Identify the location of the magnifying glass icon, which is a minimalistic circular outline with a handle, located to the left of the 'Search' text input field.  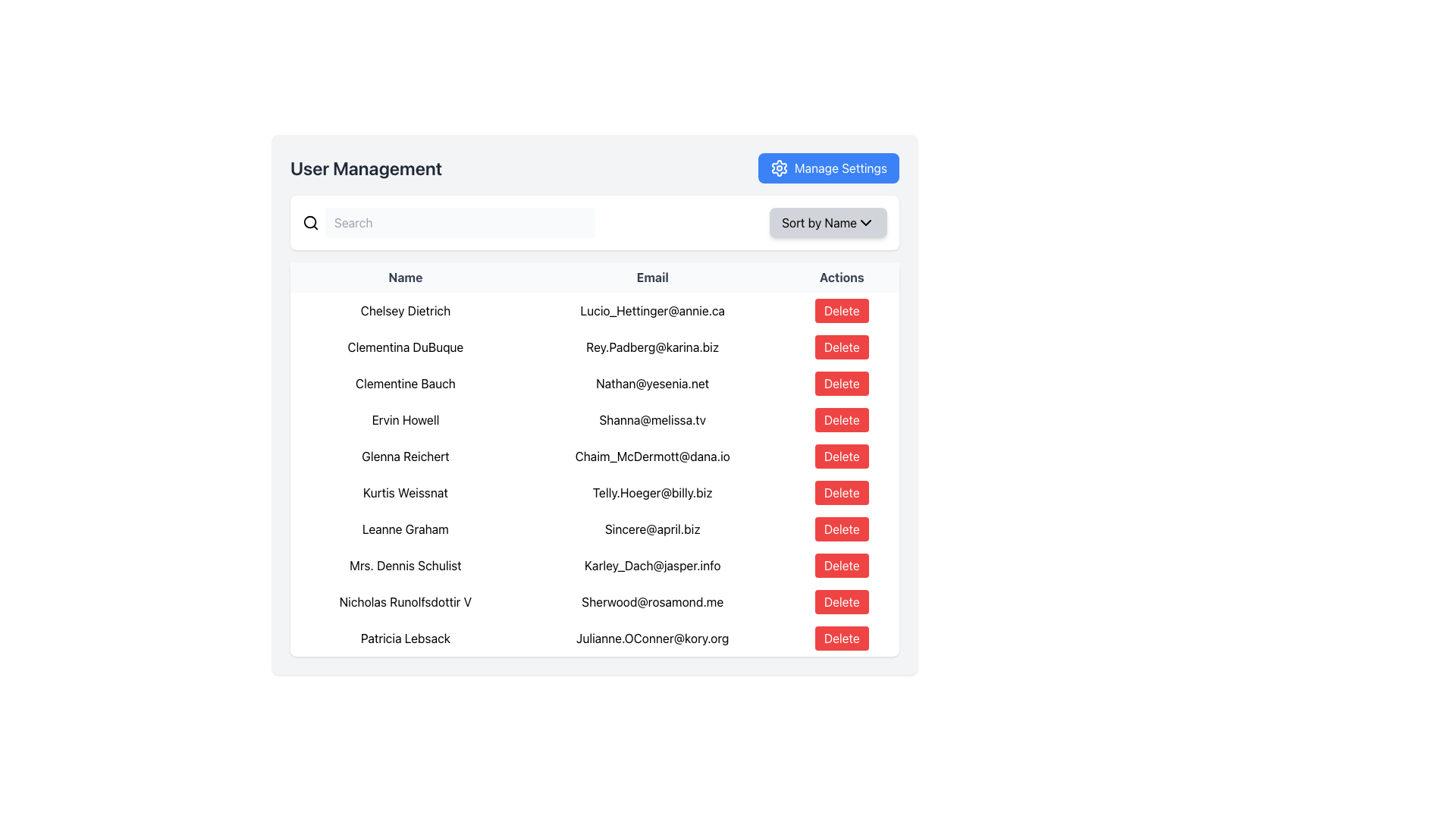
(309, 222).